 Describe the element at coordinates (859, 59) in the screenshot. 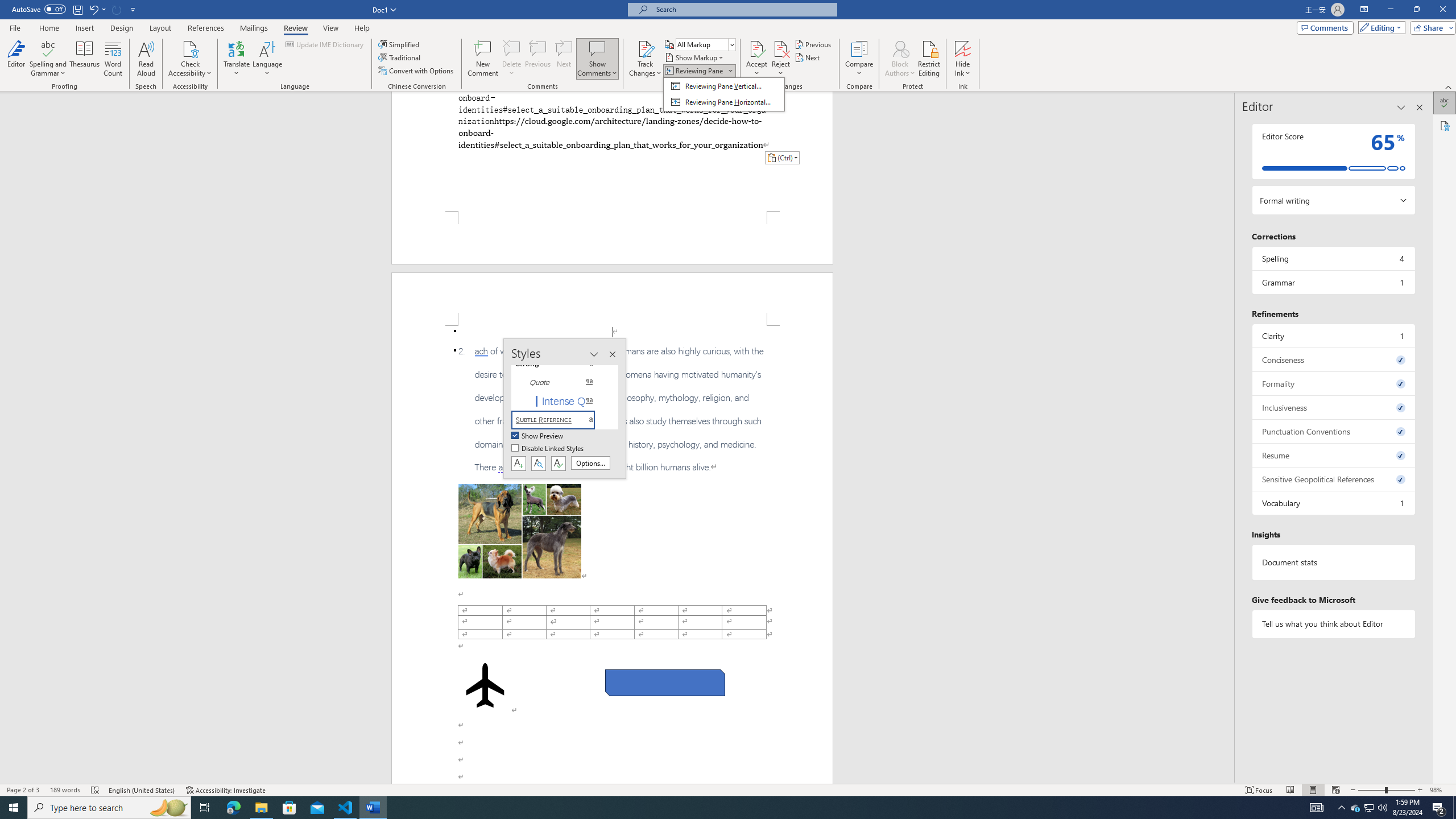

I see `'Compare'` at that location.